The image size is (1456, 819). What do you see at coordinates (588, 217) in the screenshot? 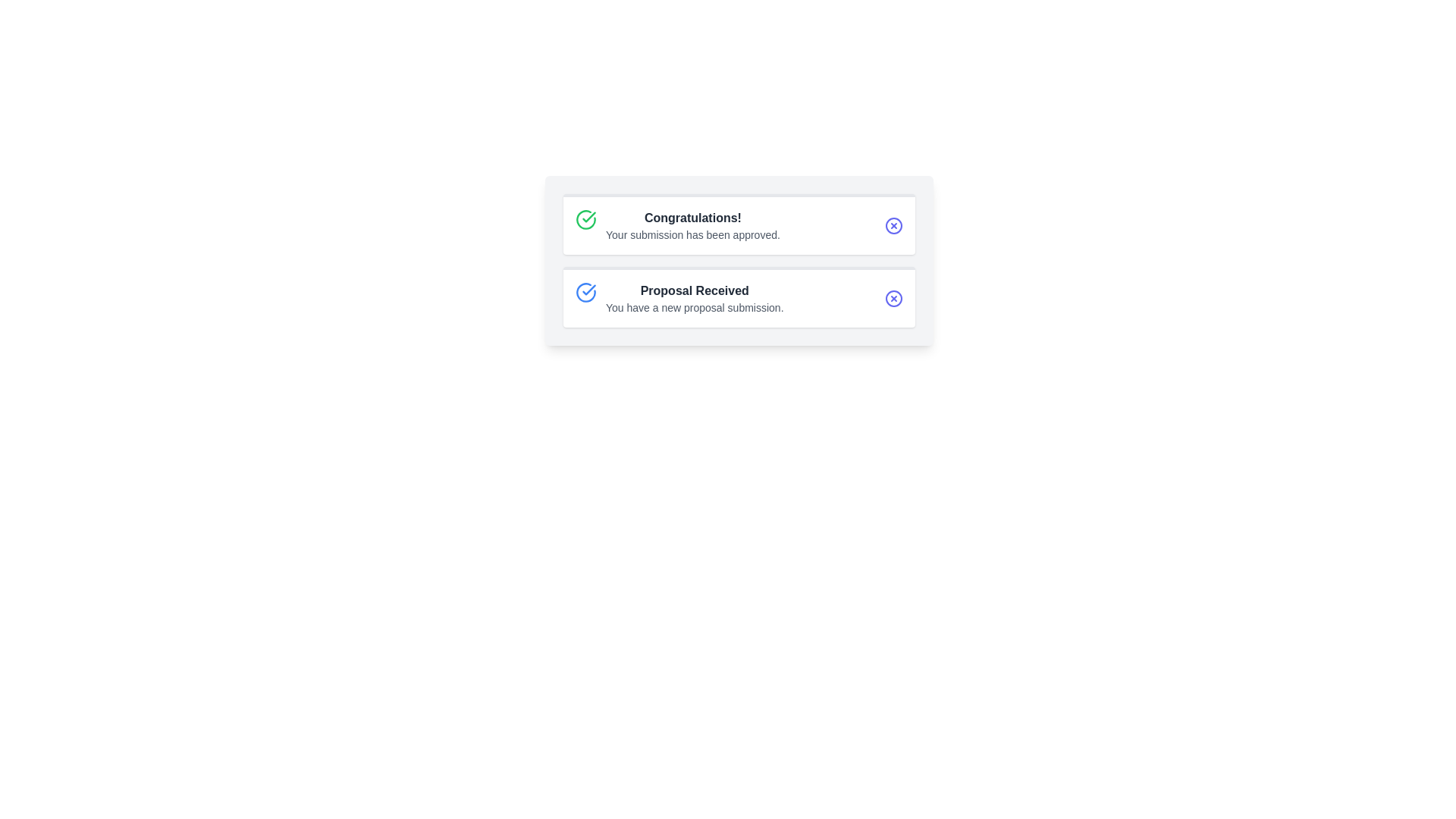
I see `the green circular icon that indicates a completed or successful action in the top-left corner of the first notification card` at bounding box center [588, 217].